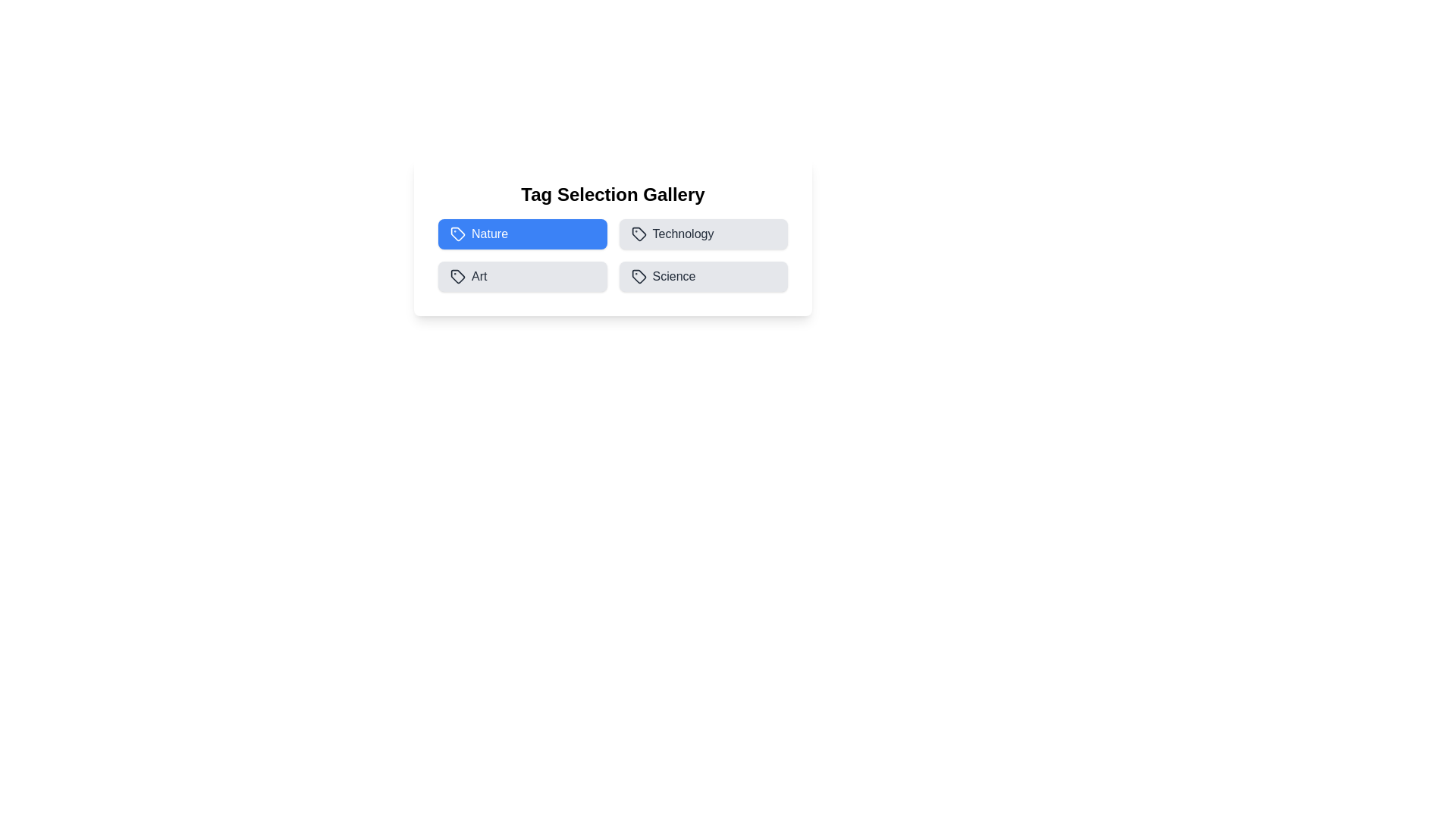 The height and width of the screenshot is (819, 1456). I want to click on the tag labeled Nature, so click(522, 234).